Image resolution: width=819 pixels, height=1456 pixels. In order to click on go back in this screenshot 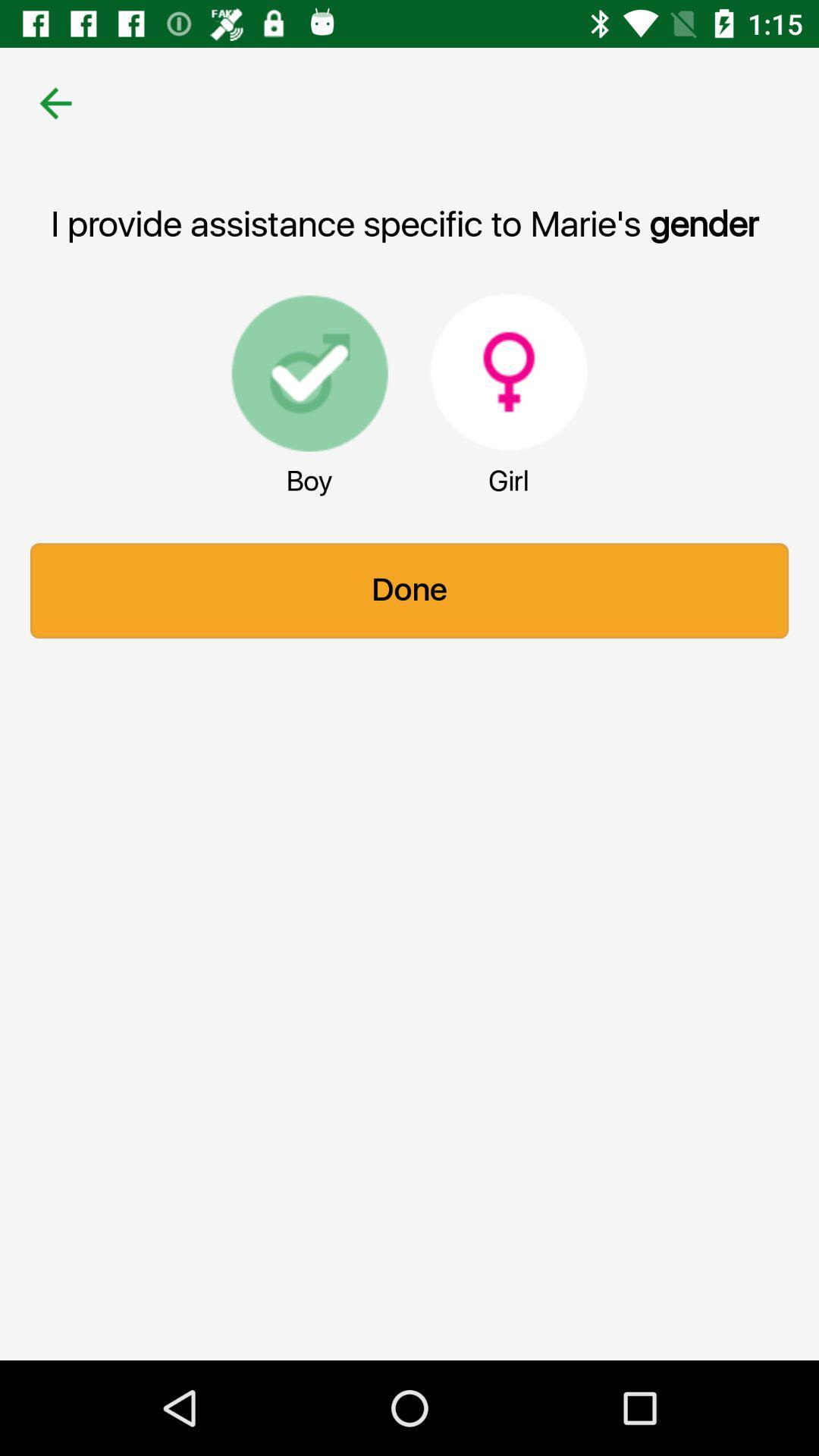, I will do `click(55, 102)`.